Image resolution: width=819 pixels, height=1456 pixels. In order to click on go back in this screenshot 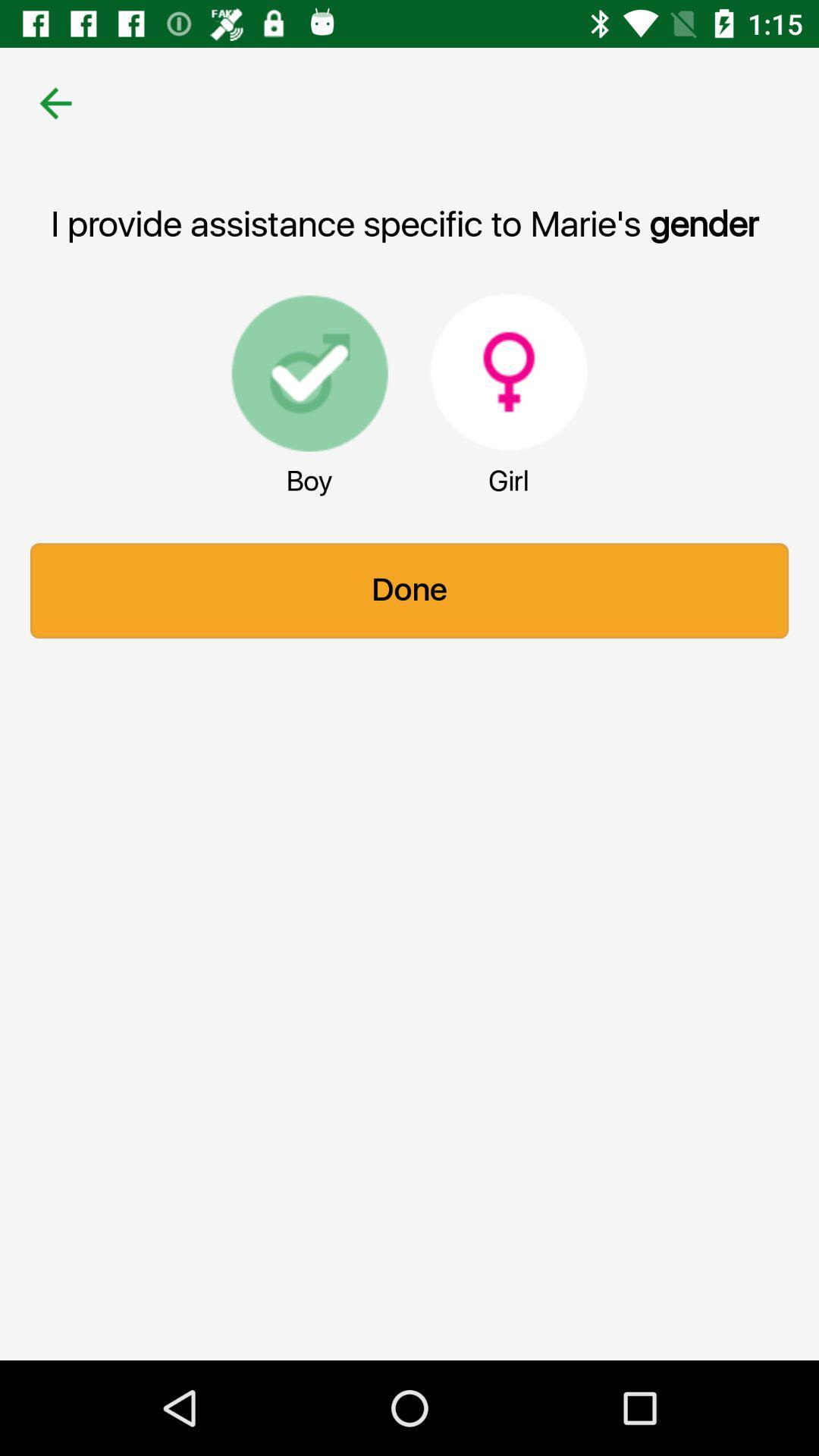, I will do `click(55, 102)`.